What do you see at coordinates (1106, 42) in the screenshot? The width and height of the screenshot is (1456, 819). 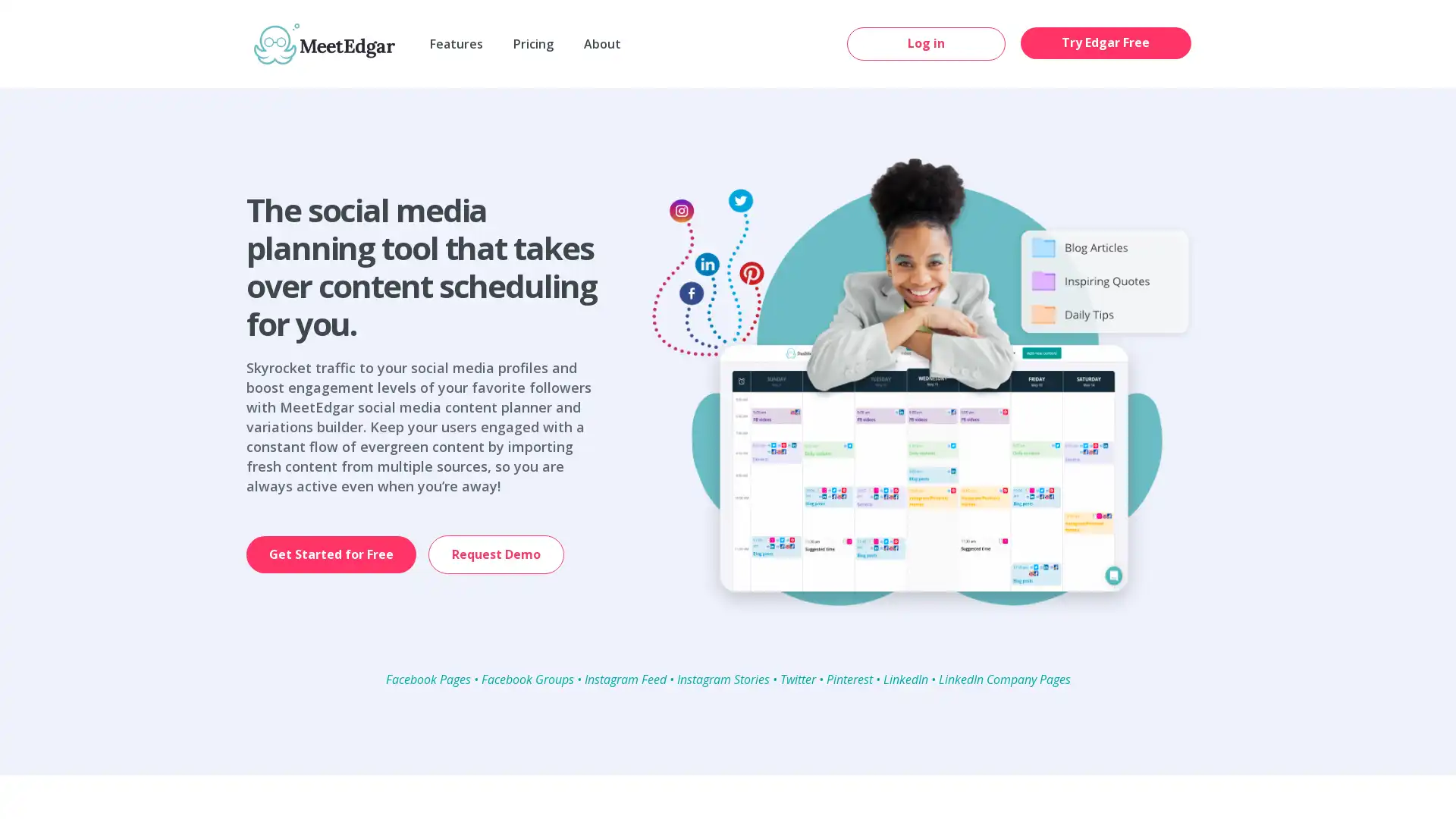 I see `Try Edgar Free` at bounding box center [1106, 42].